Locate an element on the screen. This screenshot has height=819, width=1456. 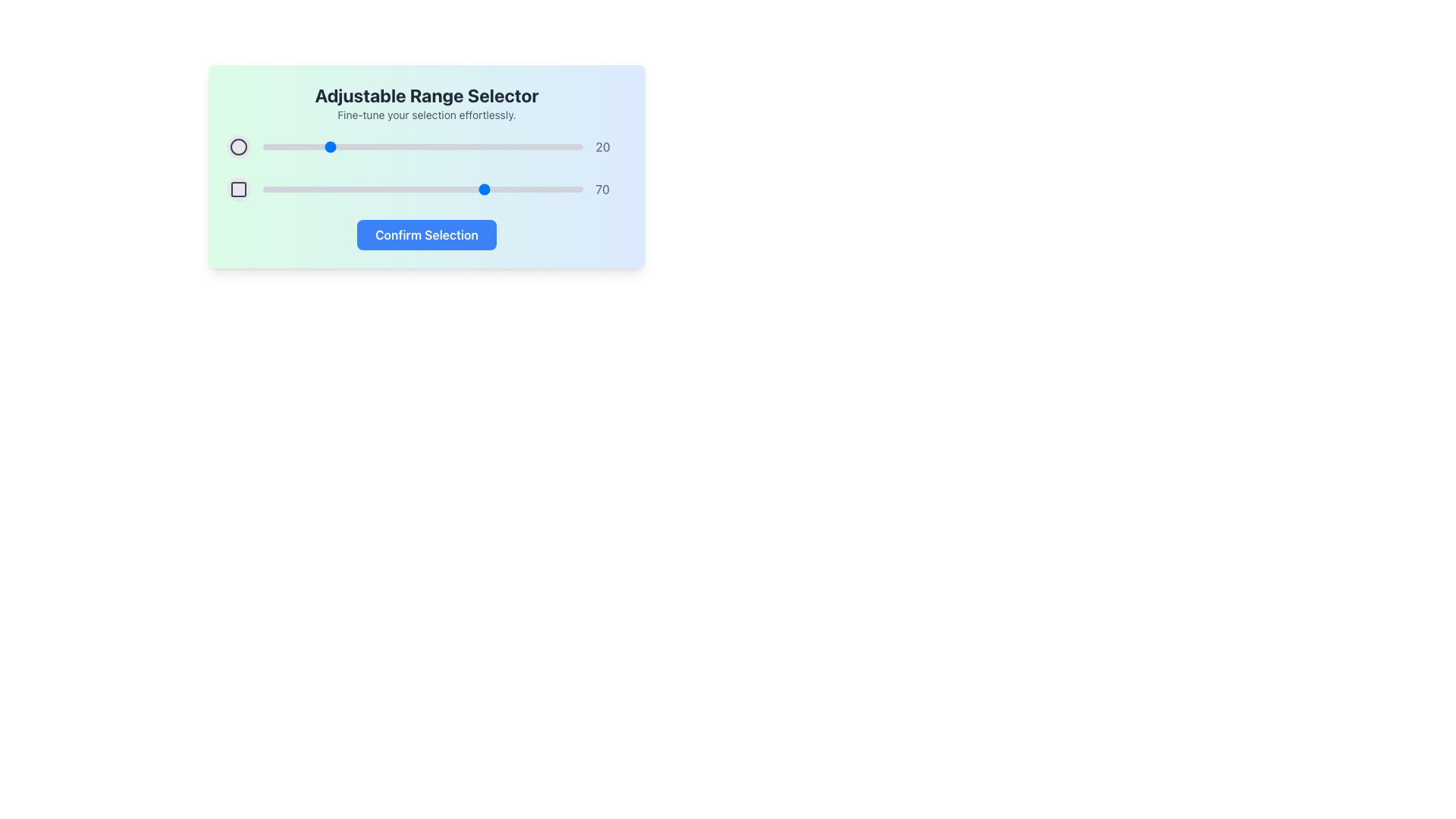
the text block providing a description or explanatory text, located directly below 'Adjustable Range Selector' and centered in the upper part of the interface is located at coordinates (425, 114).